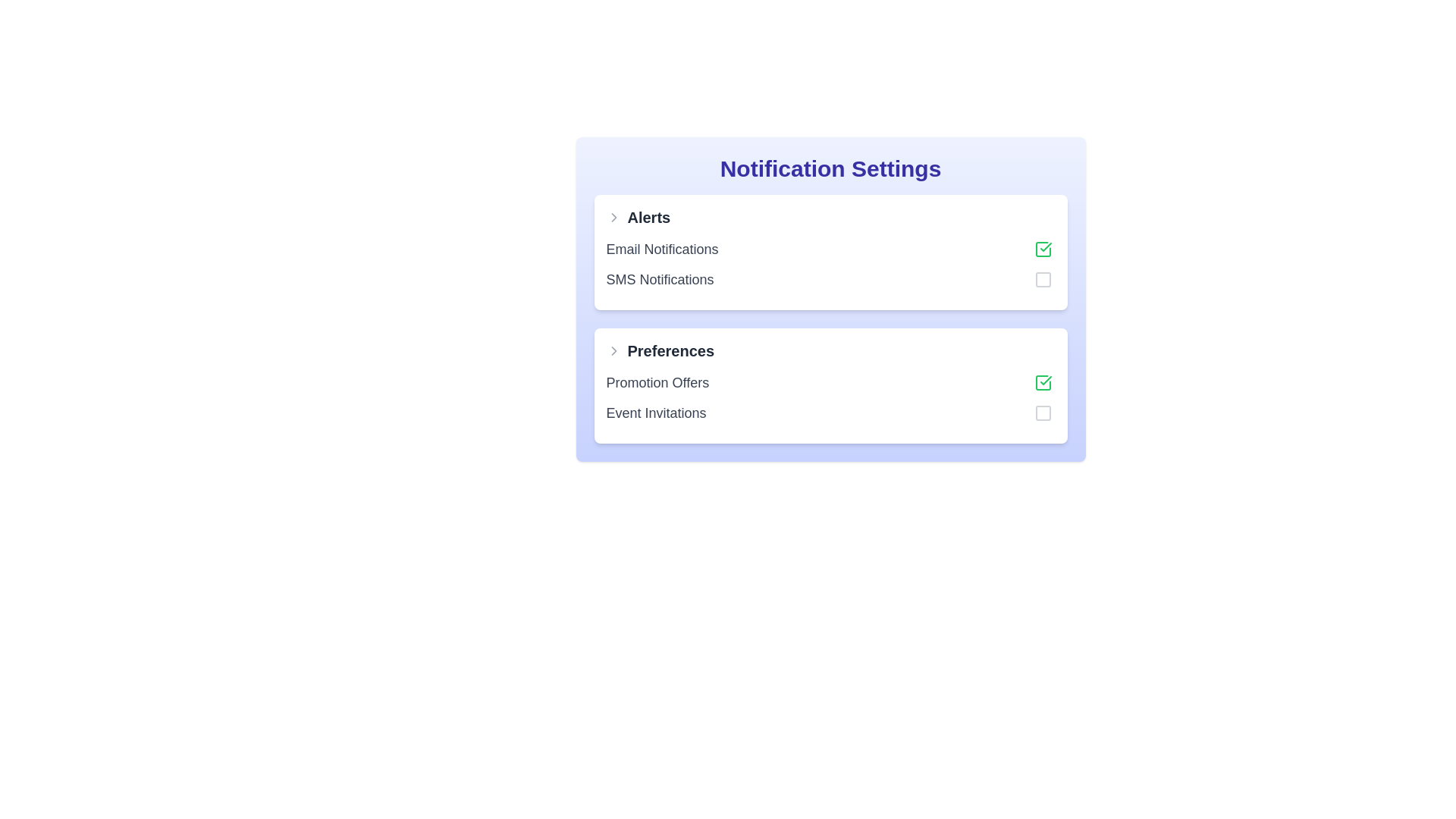 The image size is (1456, 819). I want to click on the right-facing chevron icon next to the 'Alerts' heading, so click(613, 217).